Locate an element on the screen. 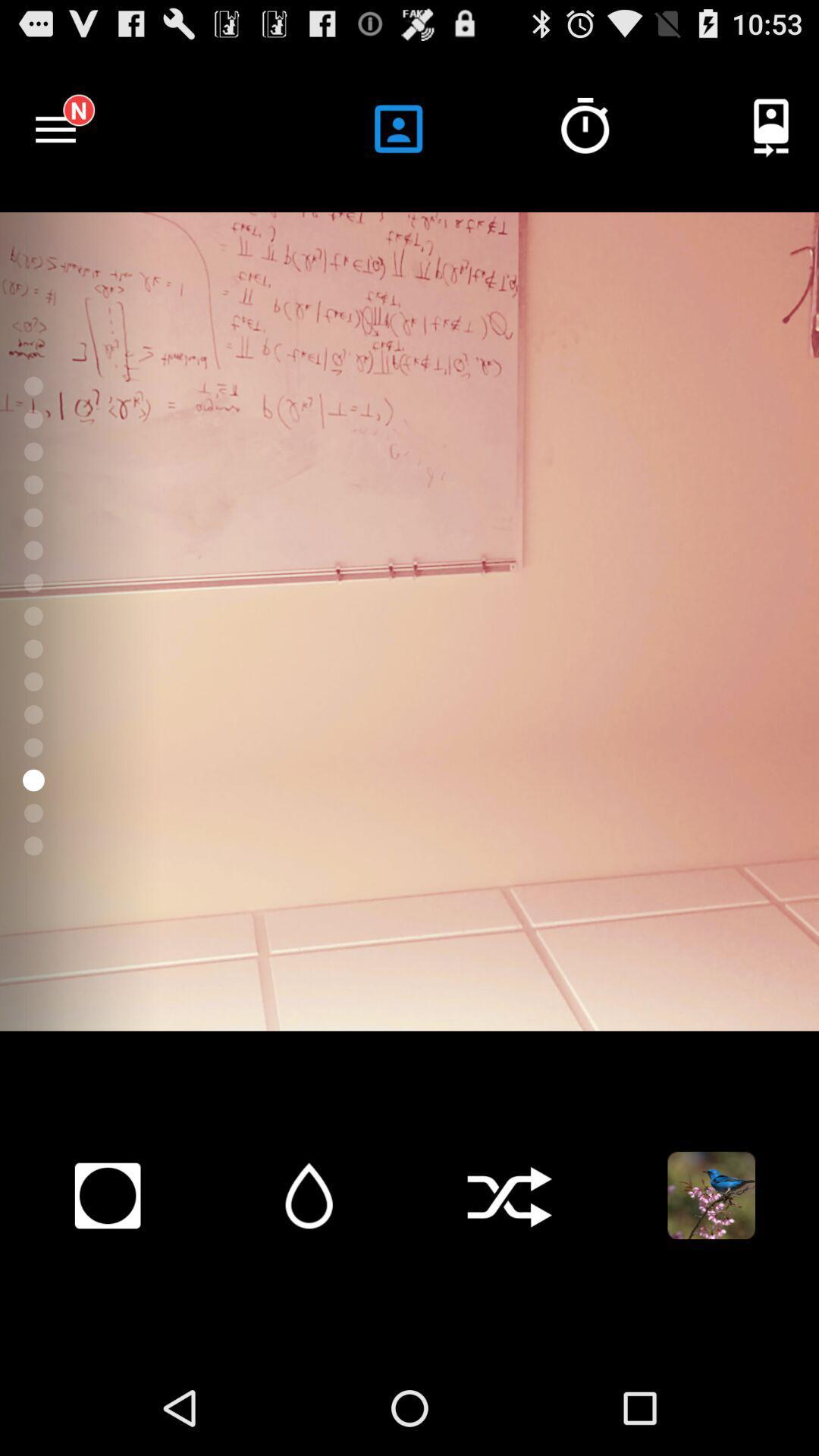 The image size is (819, 1456). the close icon is located at coordinates (510, 1279).